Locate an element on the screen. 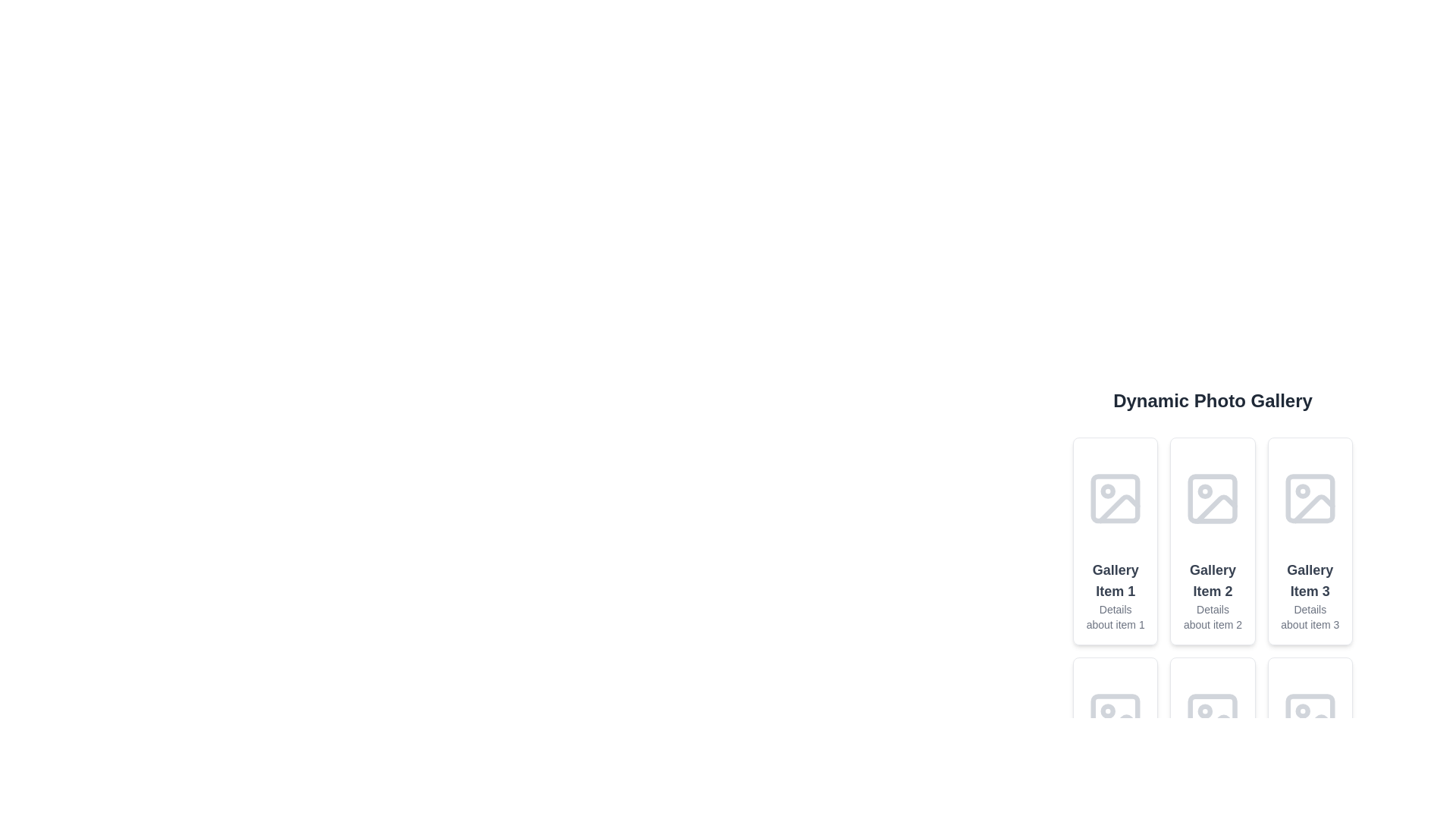 Image resolution: width=1456 pixels, height=819 pixels. text label displaying 'Details about item 2', which is styled in a small gray font and located below the title 'Gallery Item 2' in the second card of the gallery items is located at coordinates (1212, 617).